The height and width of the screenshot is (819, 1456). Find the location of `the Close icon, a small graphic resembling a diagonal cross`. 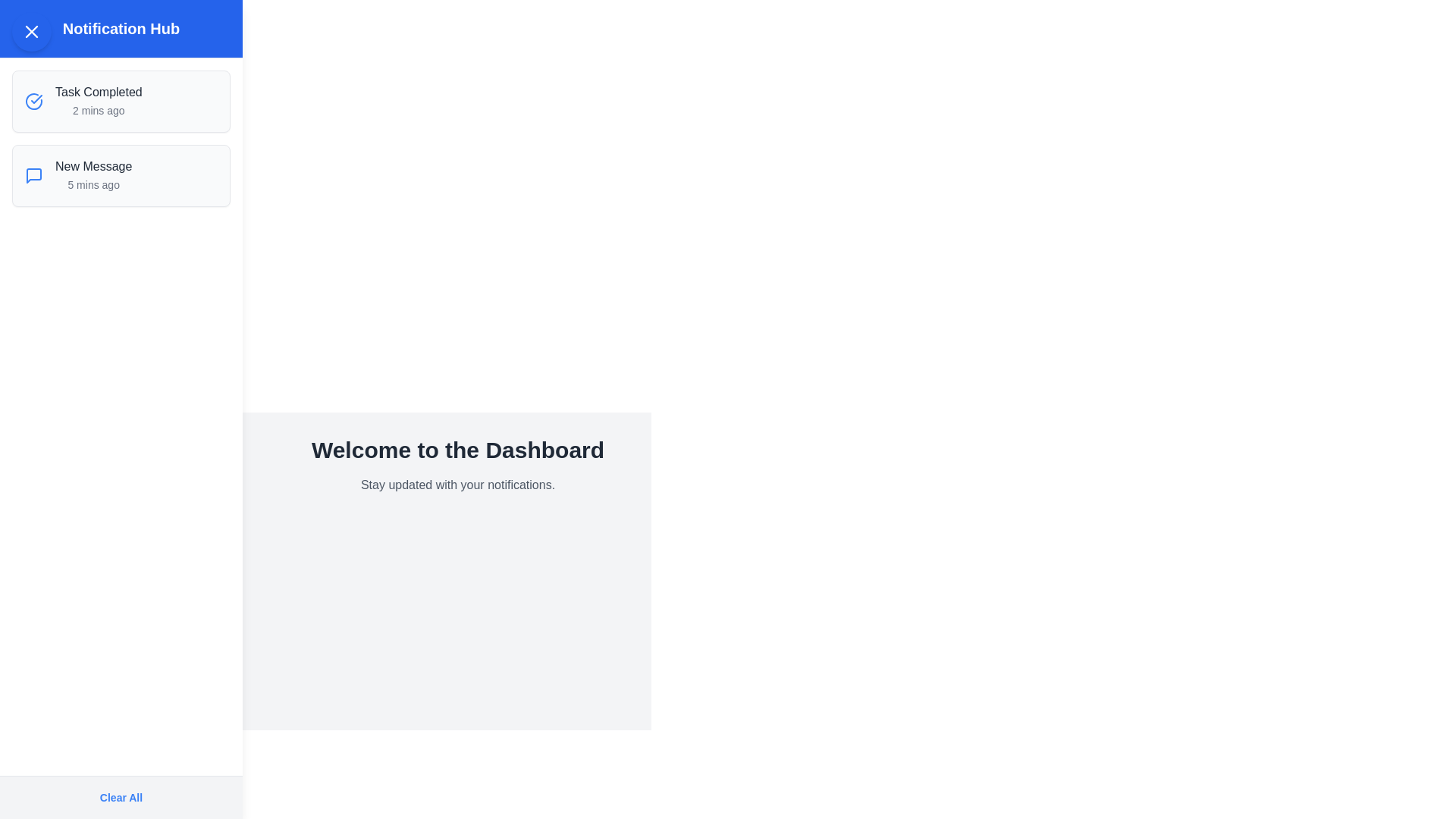

the Close icon, a small graphic resembling a diagonal cross is located at coordinates (32, 32).